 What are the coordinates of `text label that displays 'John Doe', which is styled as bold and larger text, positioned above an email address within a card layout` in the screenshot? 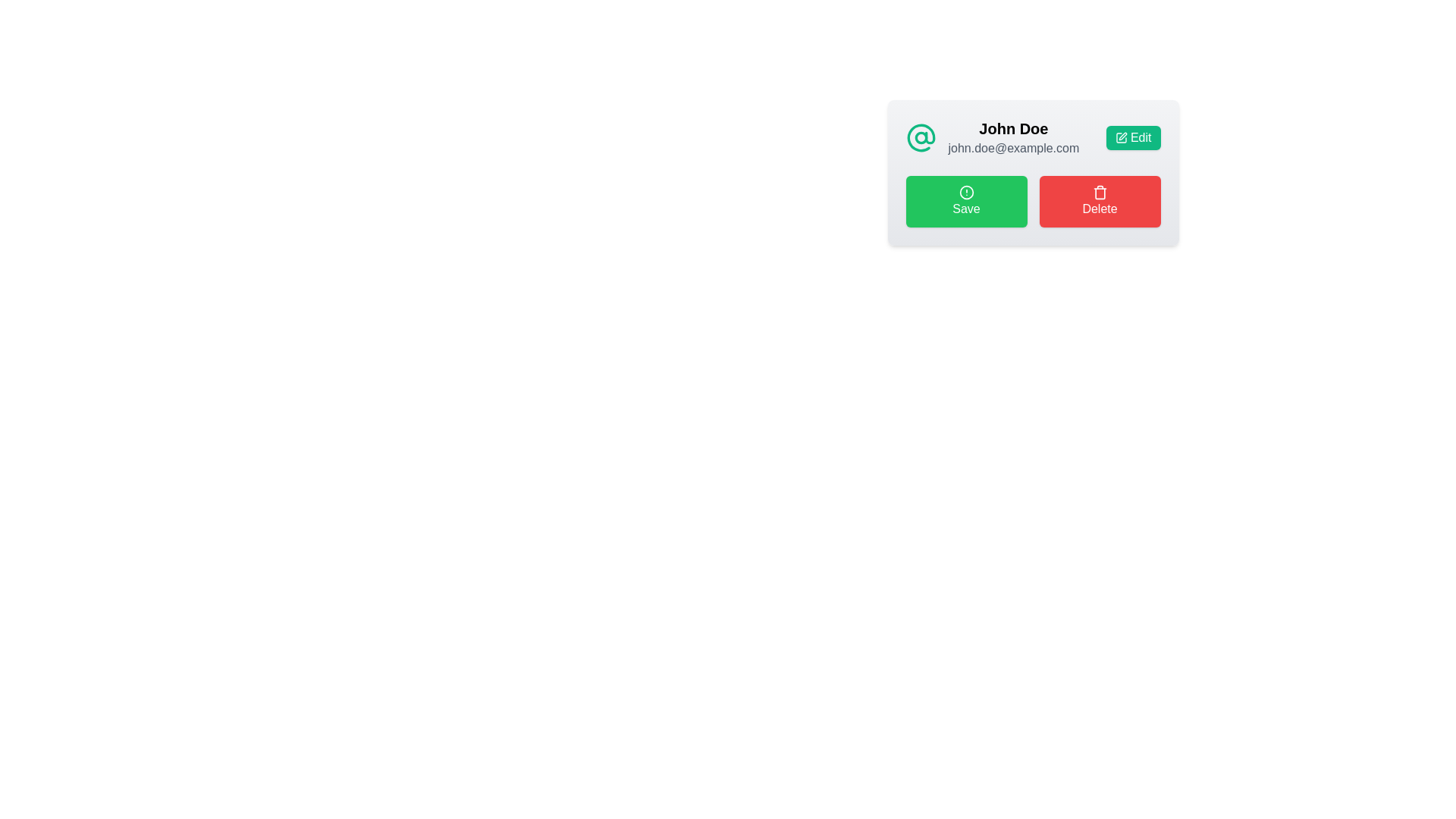 It's located at (1013, 127).